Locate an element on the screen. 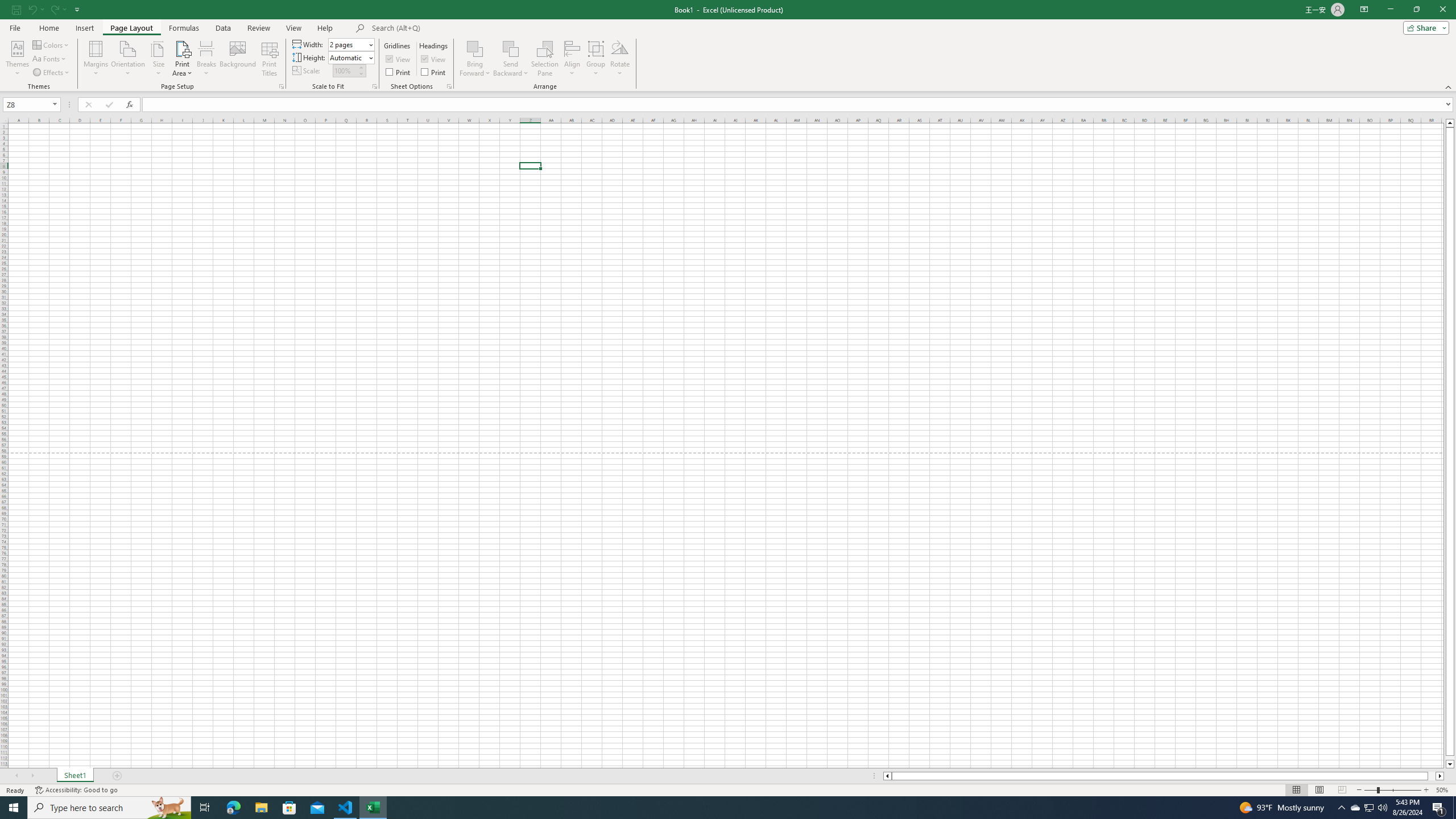  'Send Backward' is located at coordinates (510, 59).